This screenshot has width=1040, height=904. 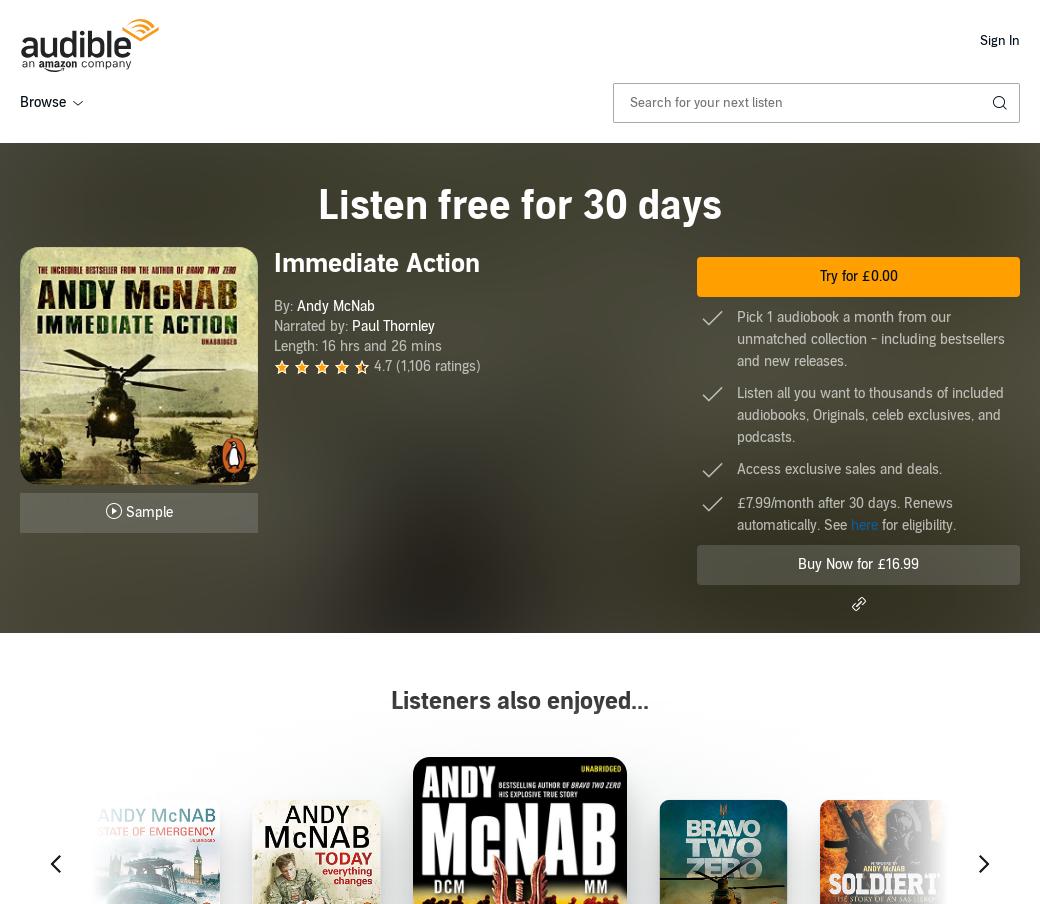 What do you see at coordinates (148, 512) in the screenshot?
I see `'Sample'` at bounding box center [148, 512].